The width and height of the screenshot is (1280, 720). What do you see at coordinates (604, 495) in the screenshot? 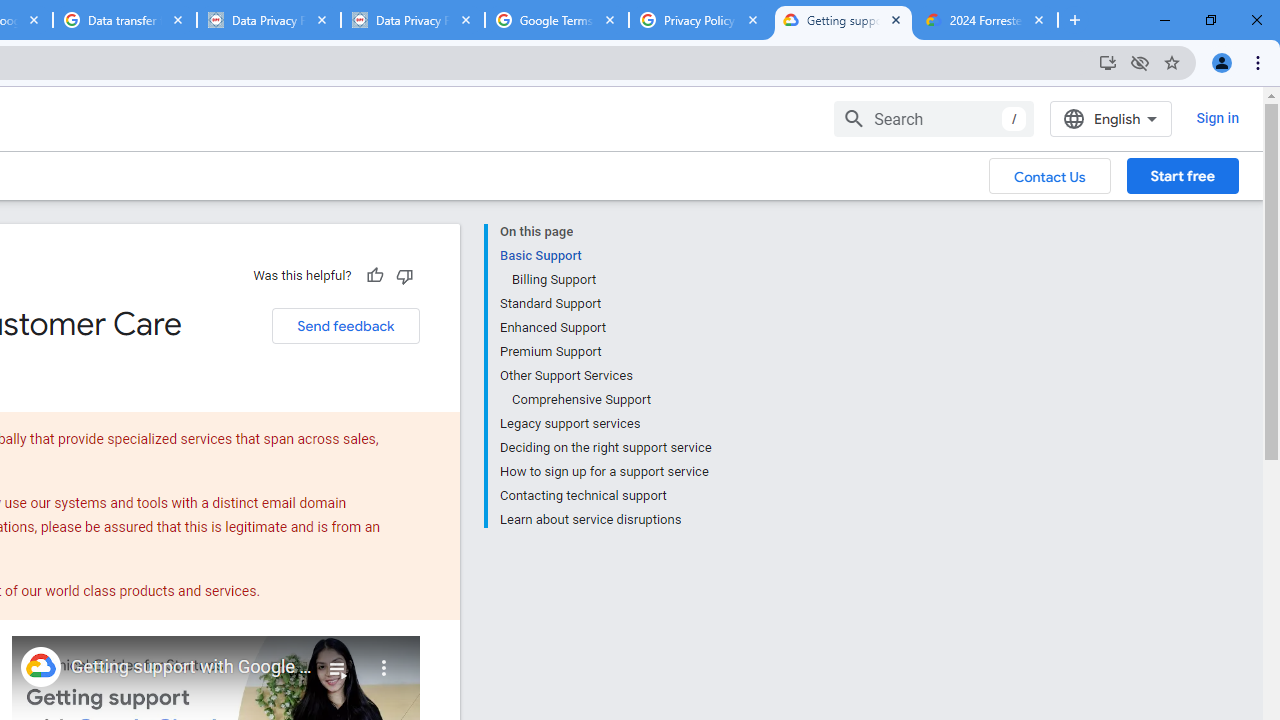
I see `'Contacting technical support'` at bounding box center [604, 495].